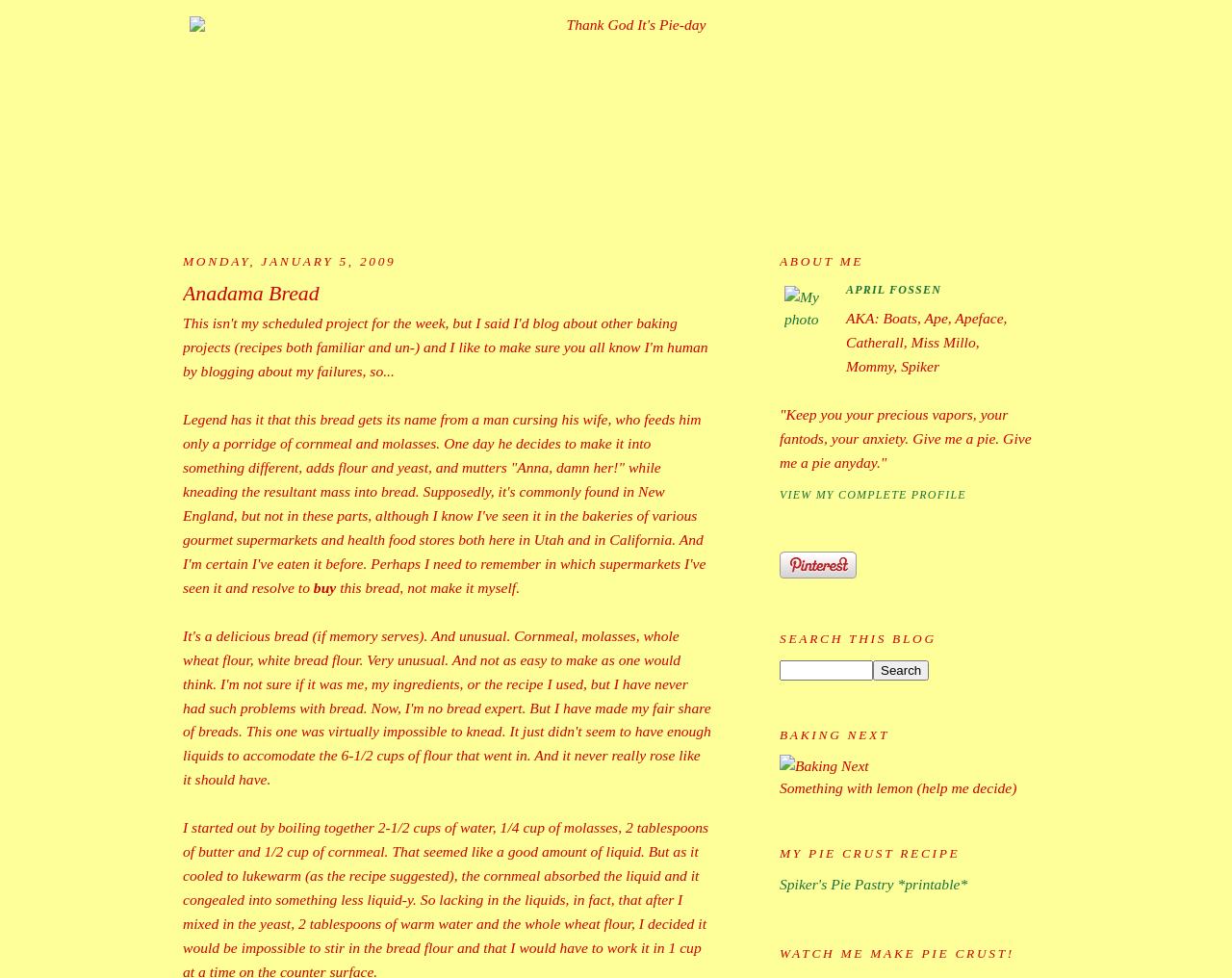 This screenshot has height=978, width=1232. I want to click on 'Mommy, Spiker', so click(891, 365).